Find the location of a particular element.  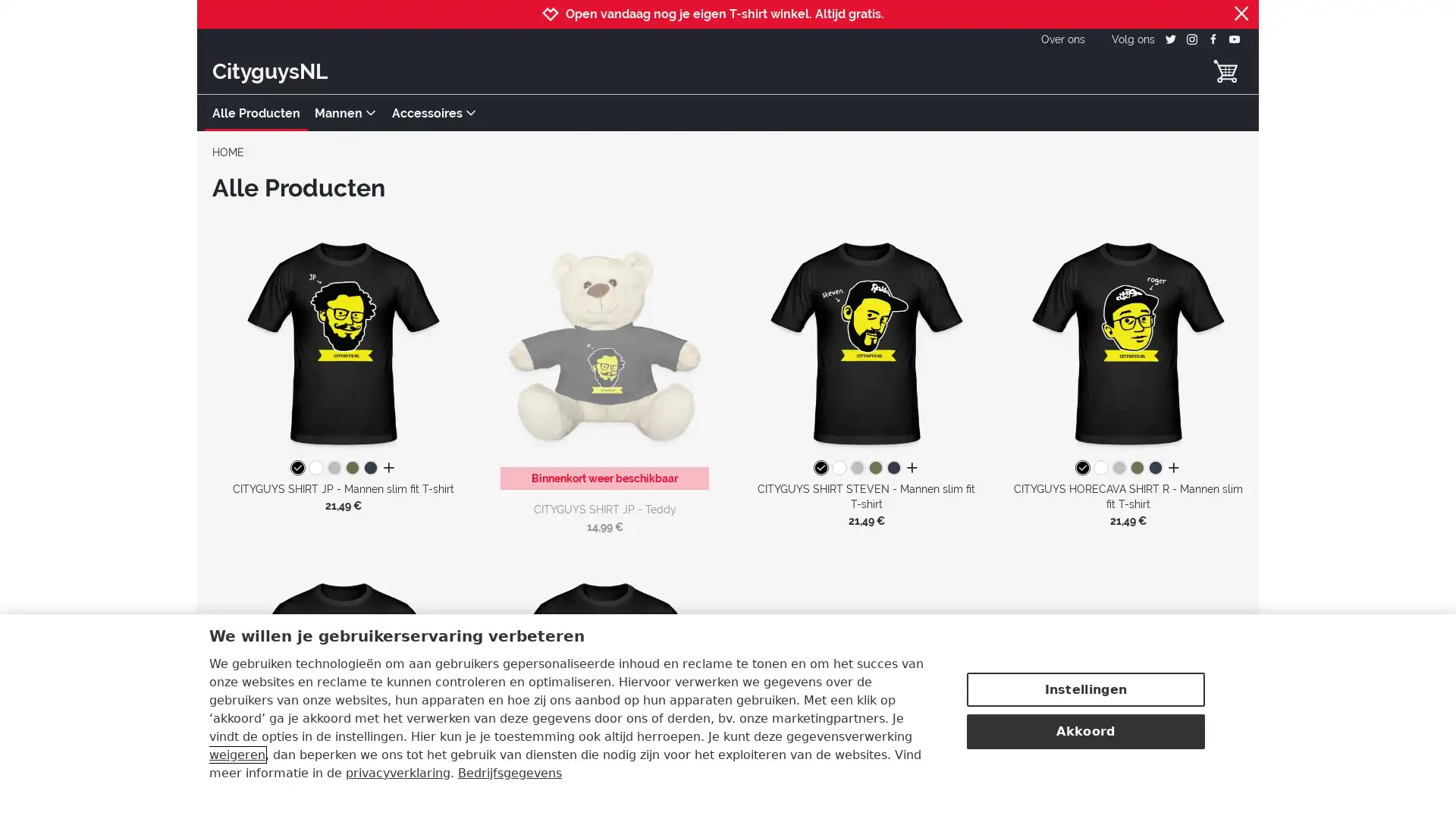

CITYGUYS SHIRT MATTHIJS - Mannen slim fit T-shirt is located at coordinates (604, 681).